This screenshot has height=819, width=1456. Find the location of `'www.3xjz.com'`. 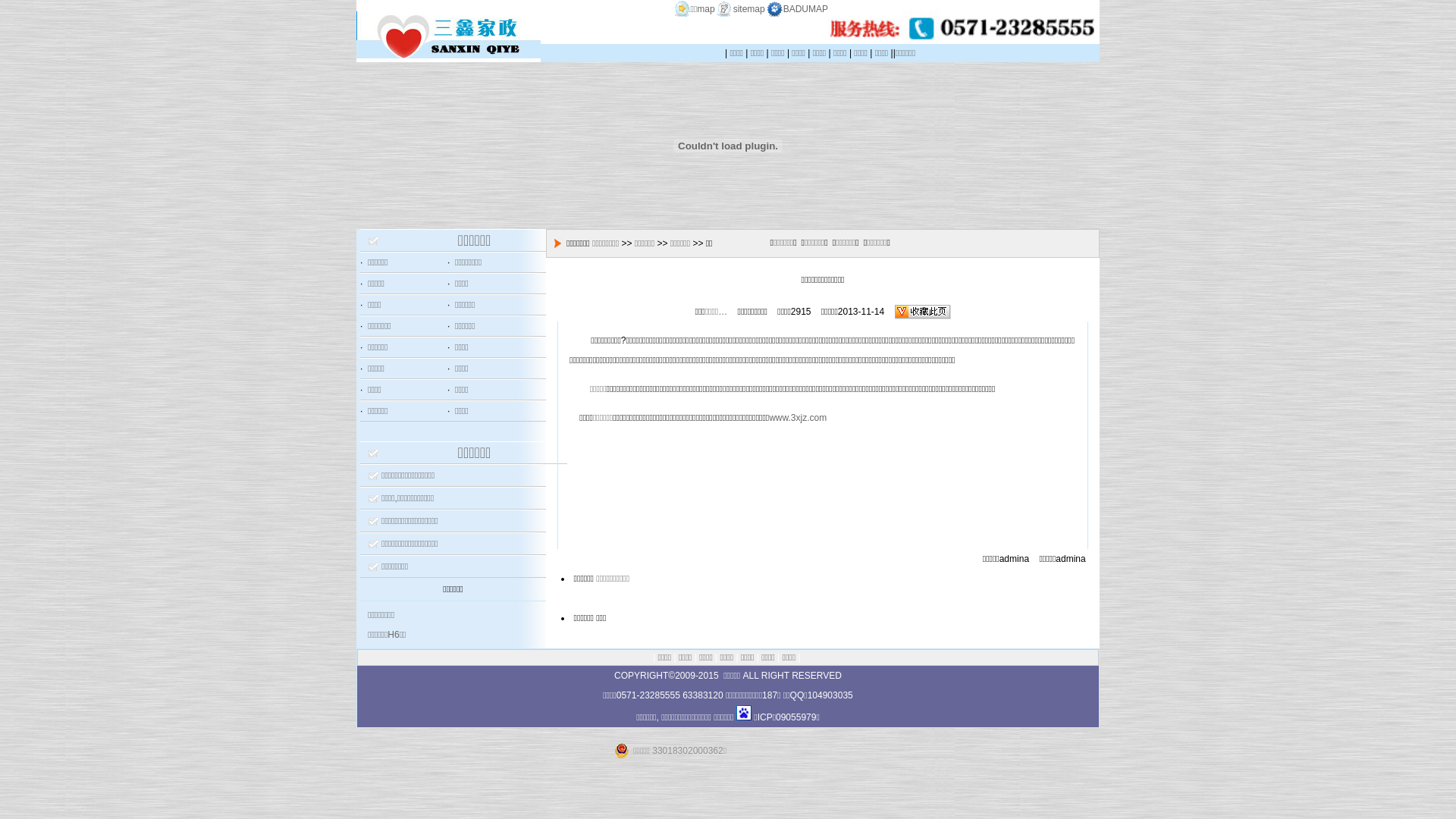

'www.3xjz.com' is located at coordinates (796, 418).